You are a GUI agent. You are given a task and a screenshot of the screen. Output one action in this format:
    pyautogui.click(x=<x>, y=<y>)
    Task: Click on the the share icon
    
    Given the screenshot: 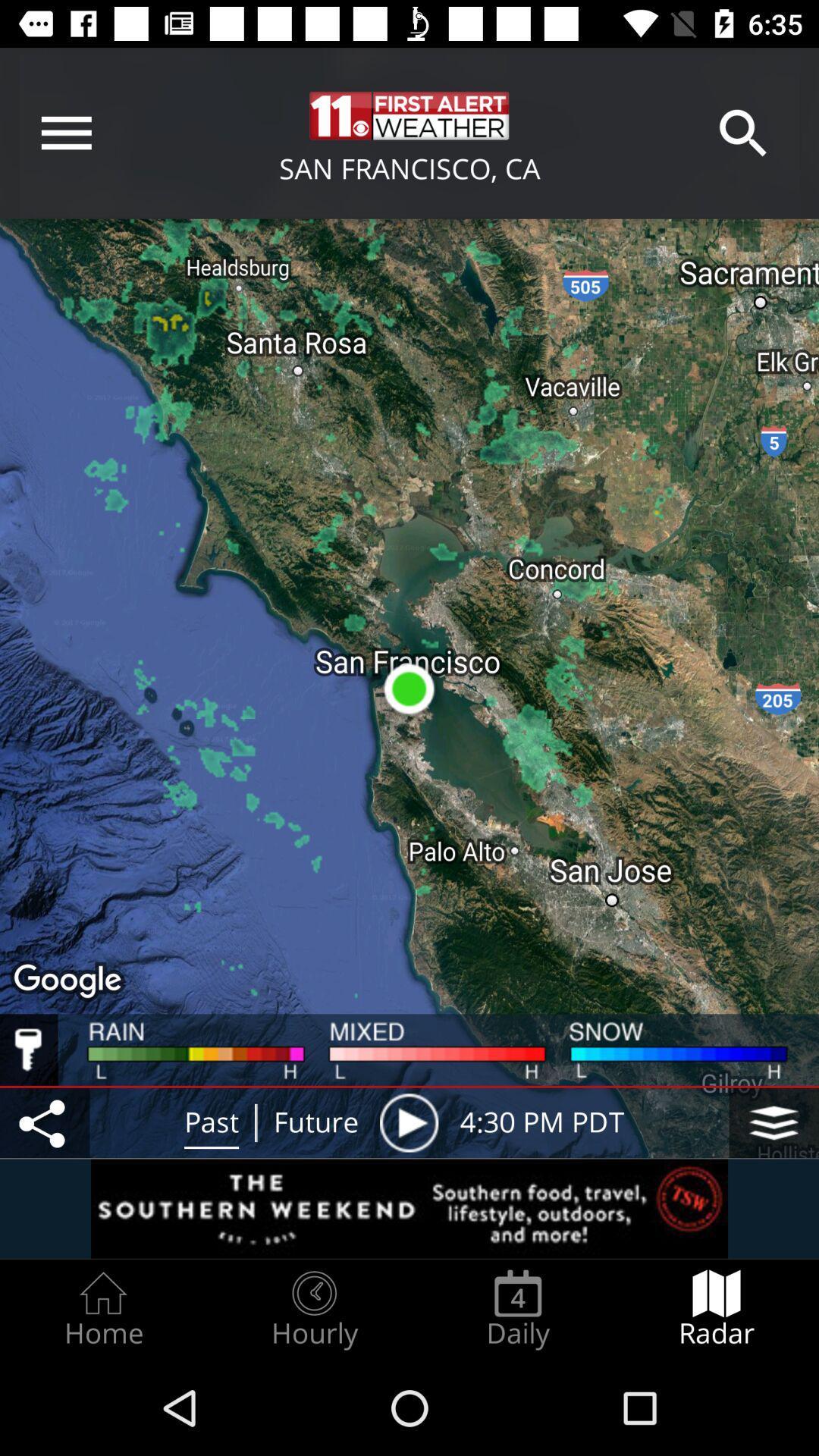 What is the action you would take?
    pyautogui.click(x=44, y=1122)
    